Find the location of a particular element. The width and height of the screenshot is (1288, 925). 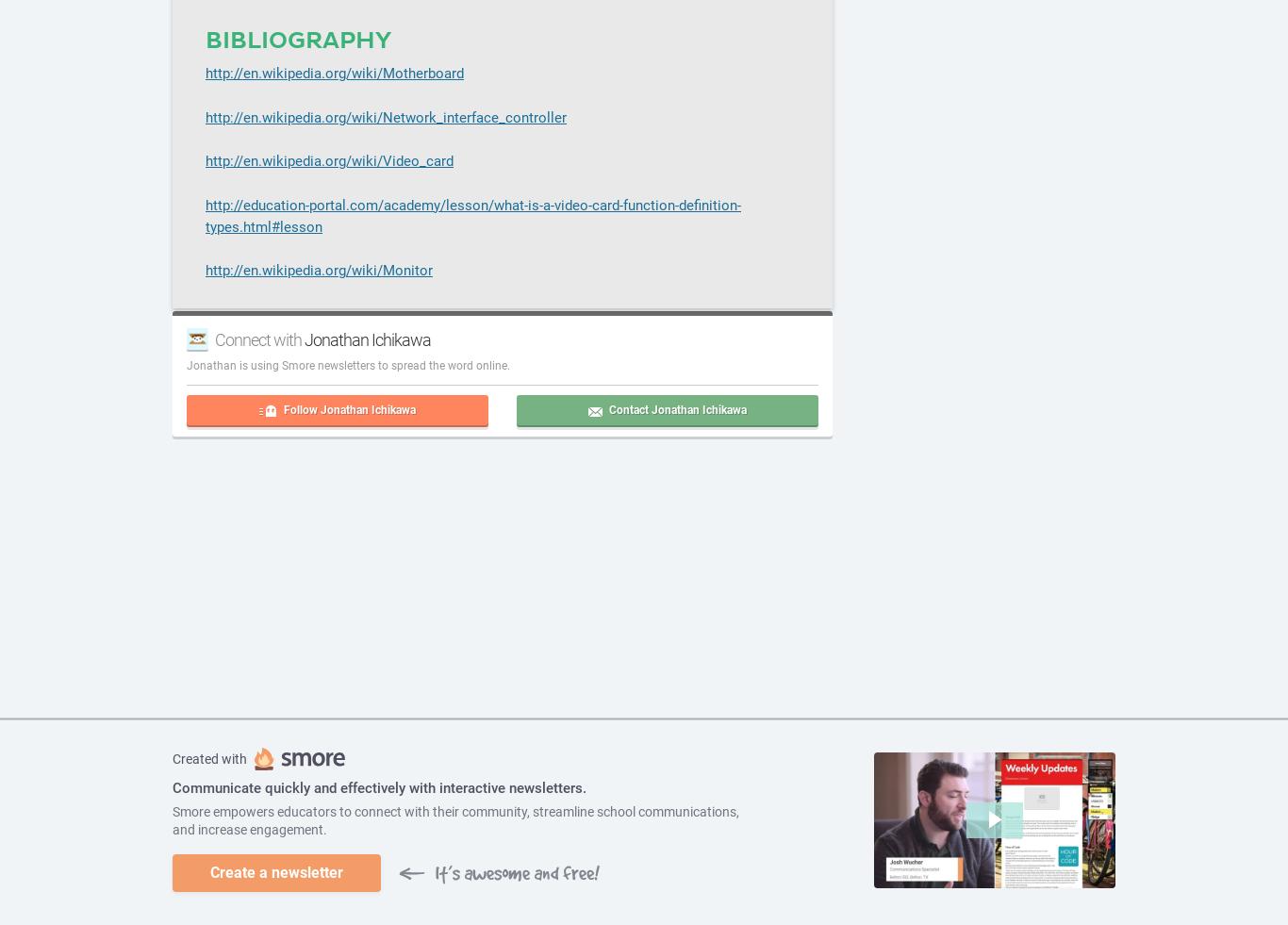

'Created with' is located at coordinates (208, 759).